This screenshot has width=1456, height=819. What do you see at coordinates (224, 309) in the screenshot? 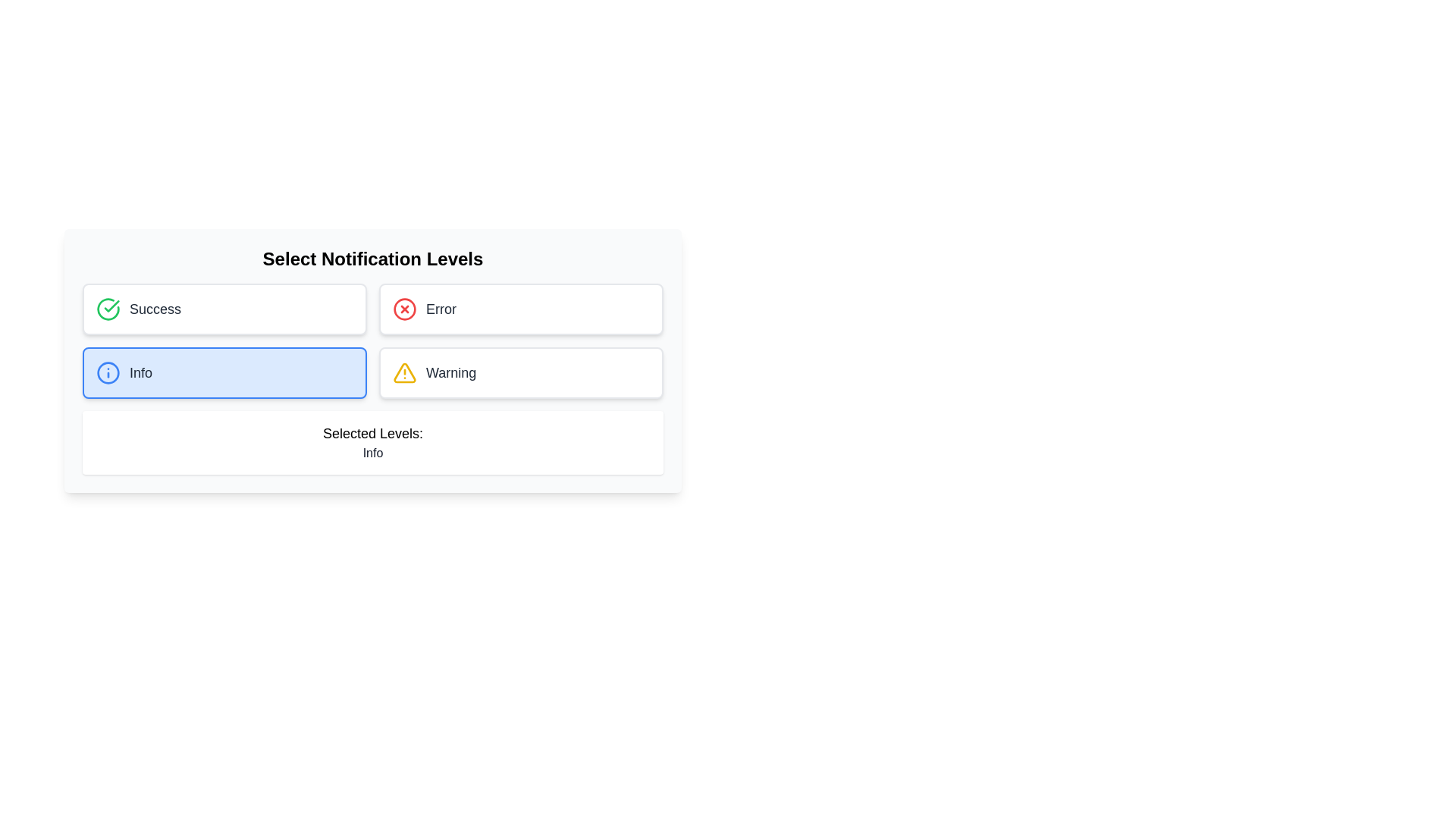
I see `the Success notification button` at bounding box center [224, 309].